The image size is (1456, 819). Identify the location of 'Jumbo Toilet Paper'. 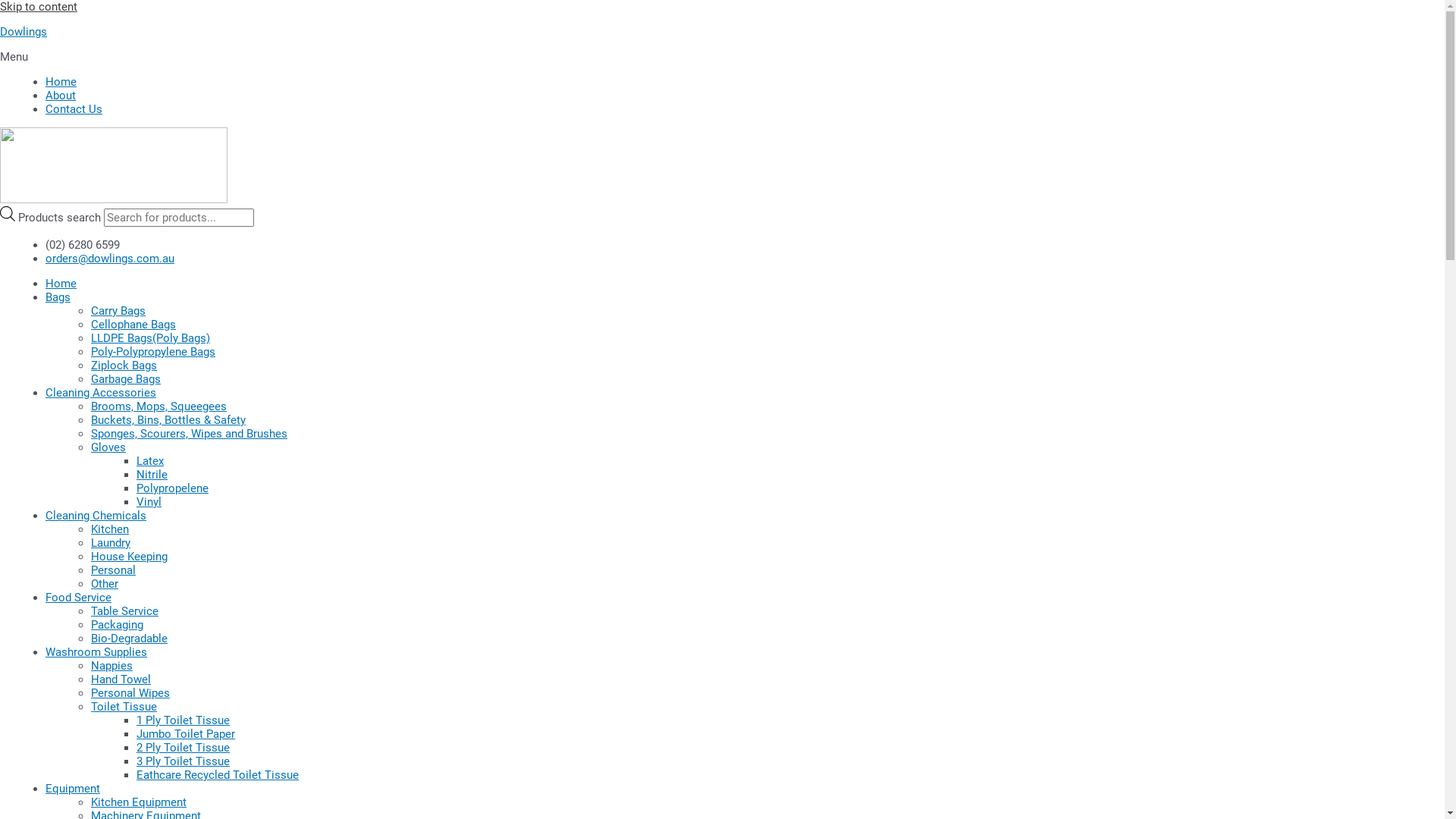
(184, 733).